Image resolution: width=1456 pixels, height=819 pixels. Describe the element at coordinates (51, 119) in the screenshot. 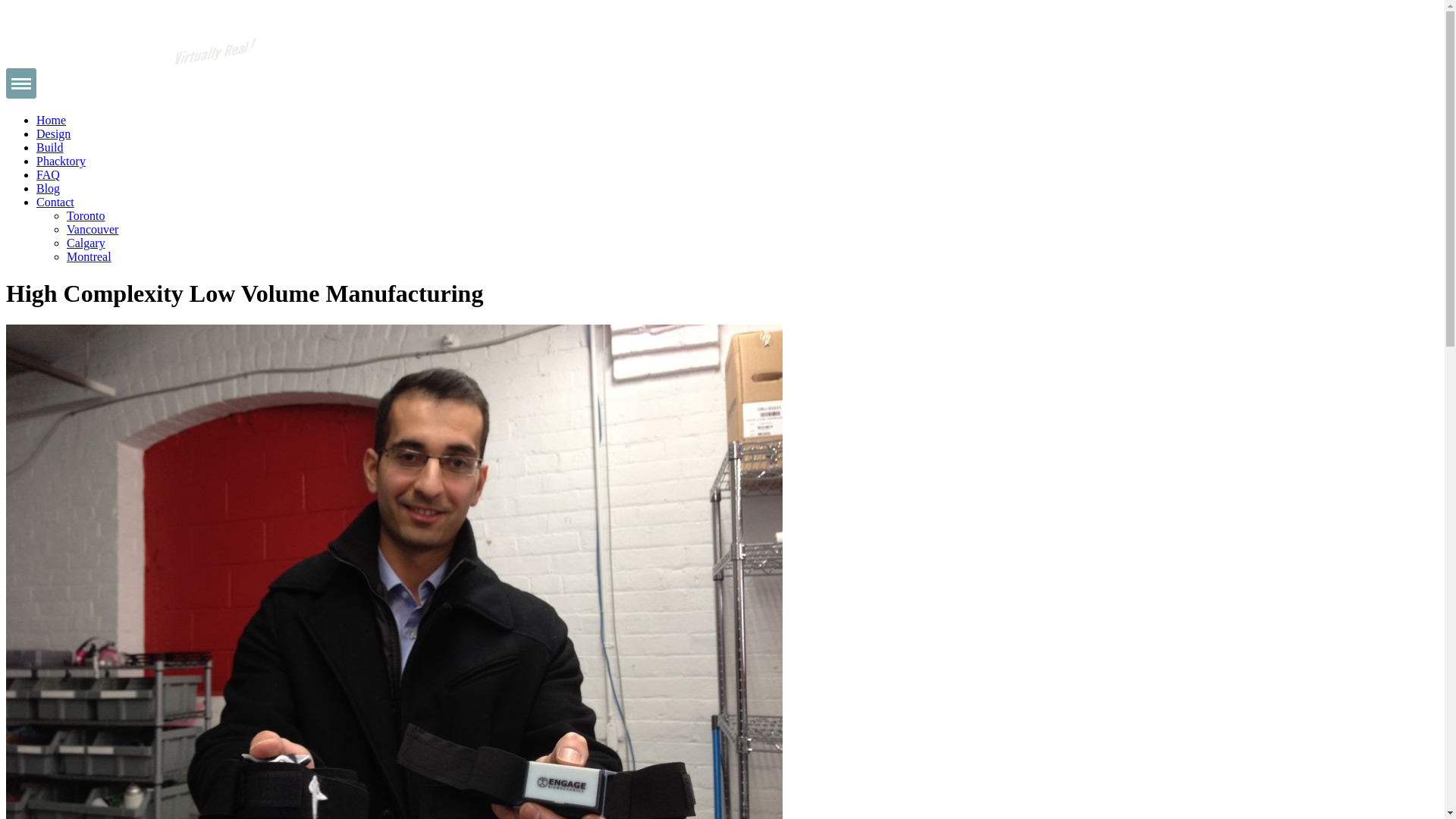

I see `'Home'` at that location.